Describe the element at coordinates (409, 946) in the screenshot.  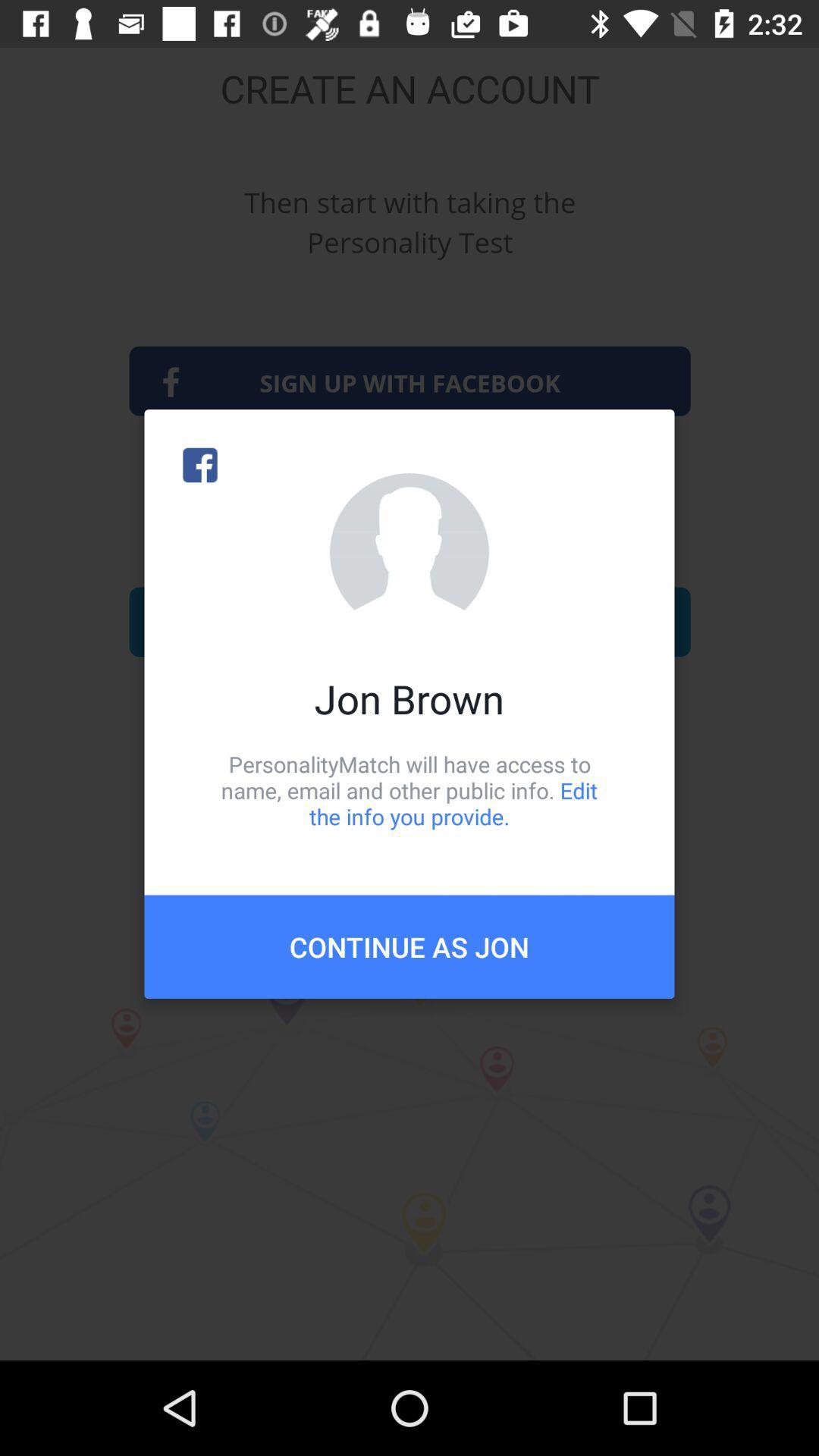
I see `the continue as jon icon` at that location.